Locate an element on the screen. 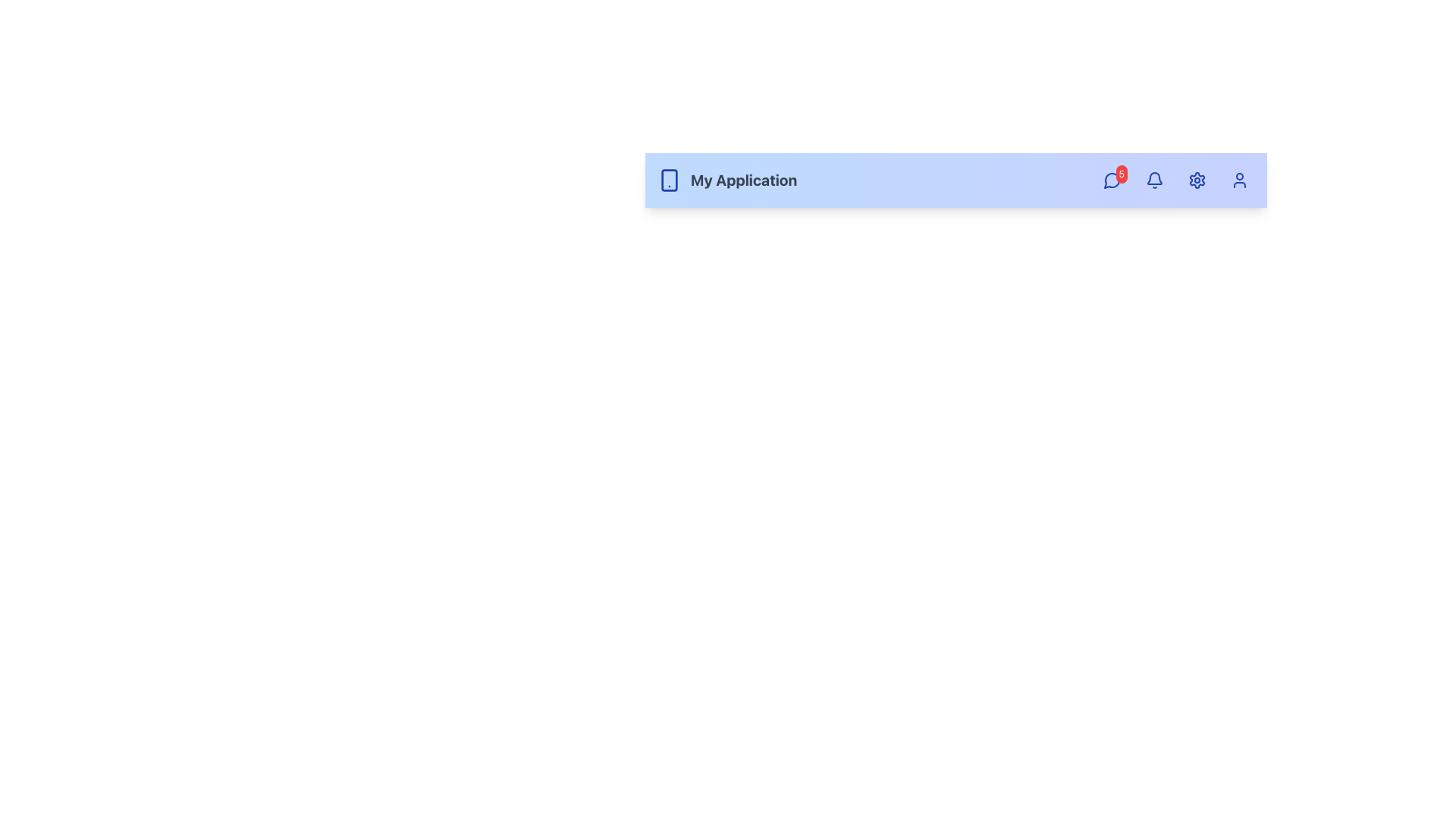  the gear-shaped icon with a blue outline in the navigation bar is located at coordinates (1197, 180).